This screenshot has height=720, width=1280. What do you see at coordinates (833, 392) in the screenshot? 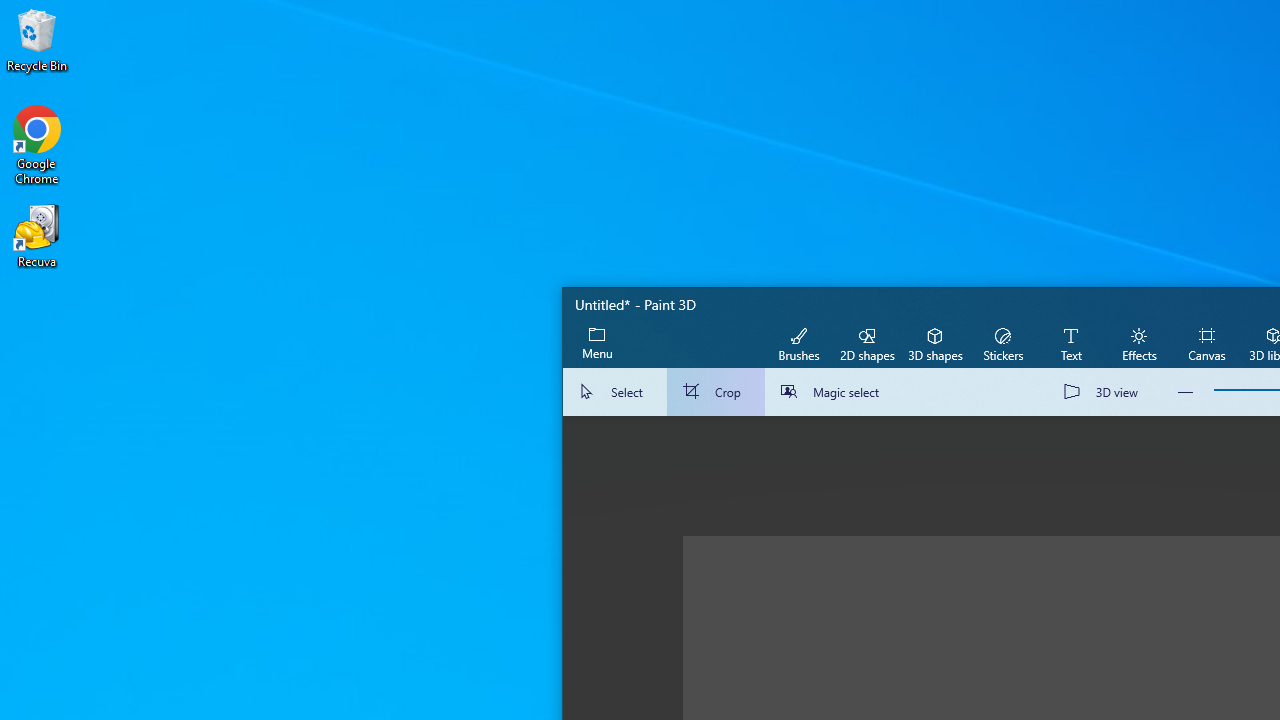
I see `'Magic select'` at bounding box center [833, 392].